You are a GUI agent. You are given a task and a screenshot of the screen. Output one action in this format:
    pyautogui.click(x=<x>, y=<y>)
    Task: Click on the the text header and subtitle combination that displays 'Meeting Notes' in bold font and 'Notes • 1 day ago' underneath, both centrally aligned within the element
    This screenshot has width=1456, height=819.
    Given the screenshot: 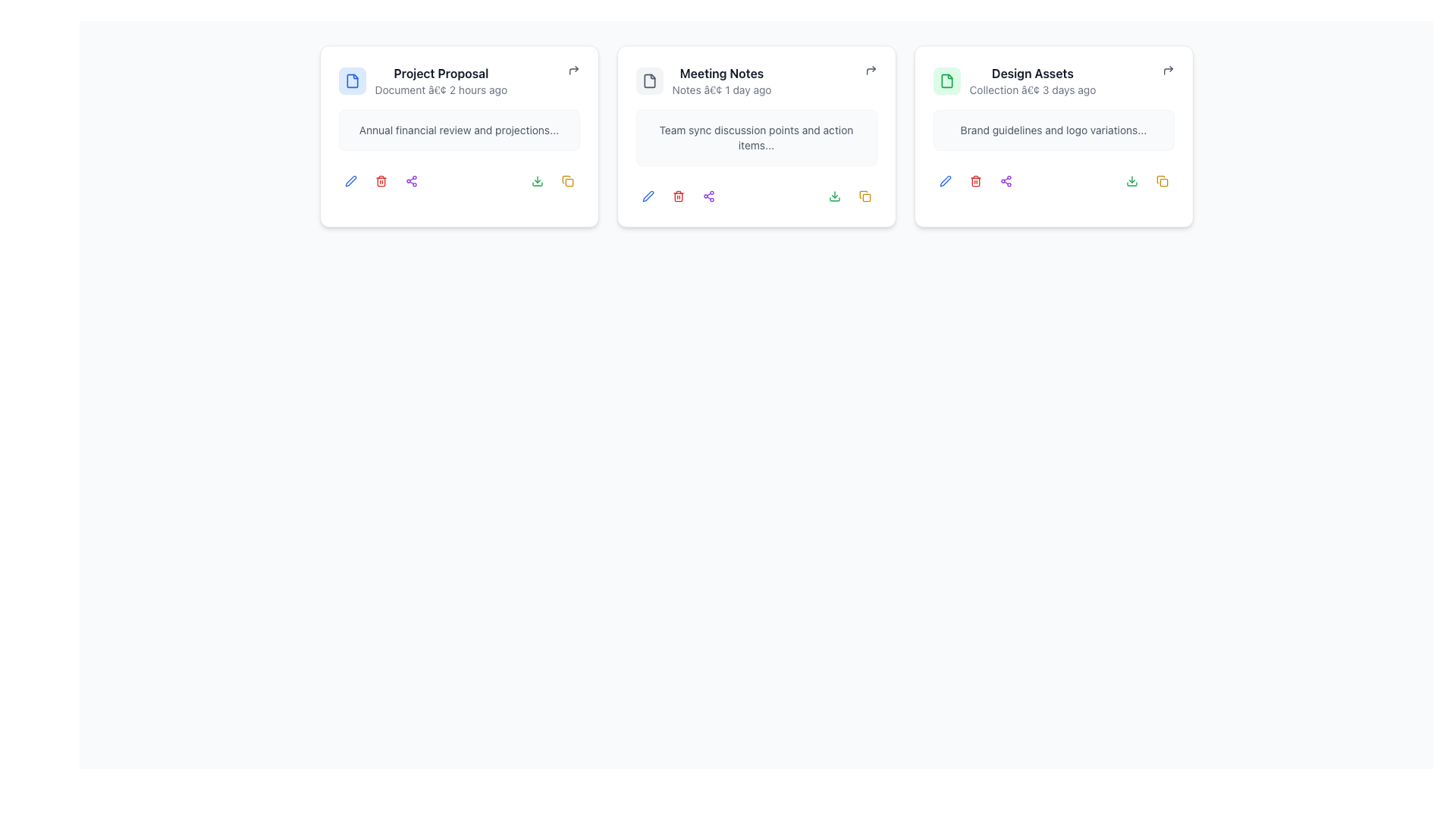 What is the action you would take?
    pyautogui.click(x=720, y=81)
    